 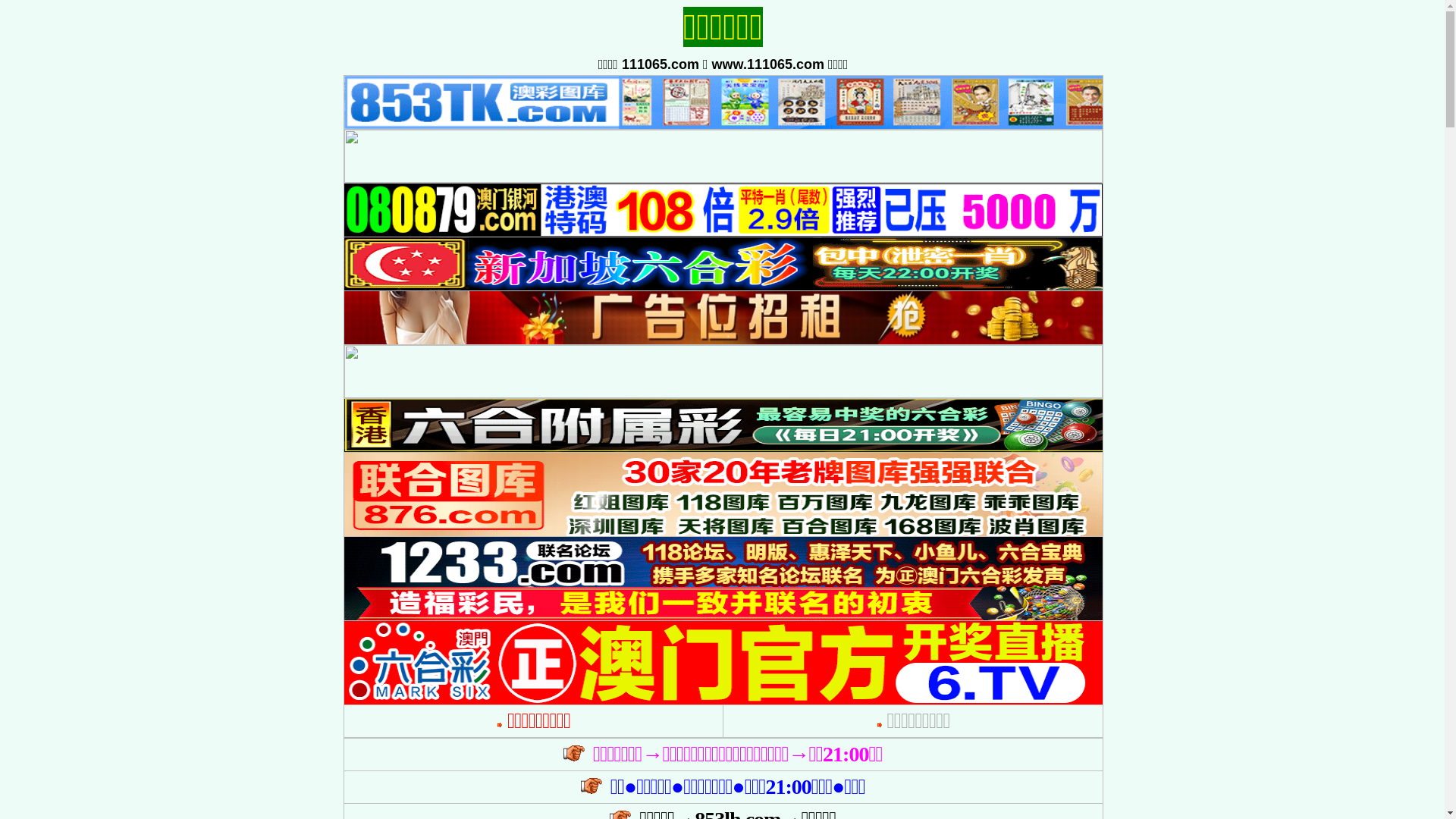 I want to click on '111065.com', so click(x=660, y=63).